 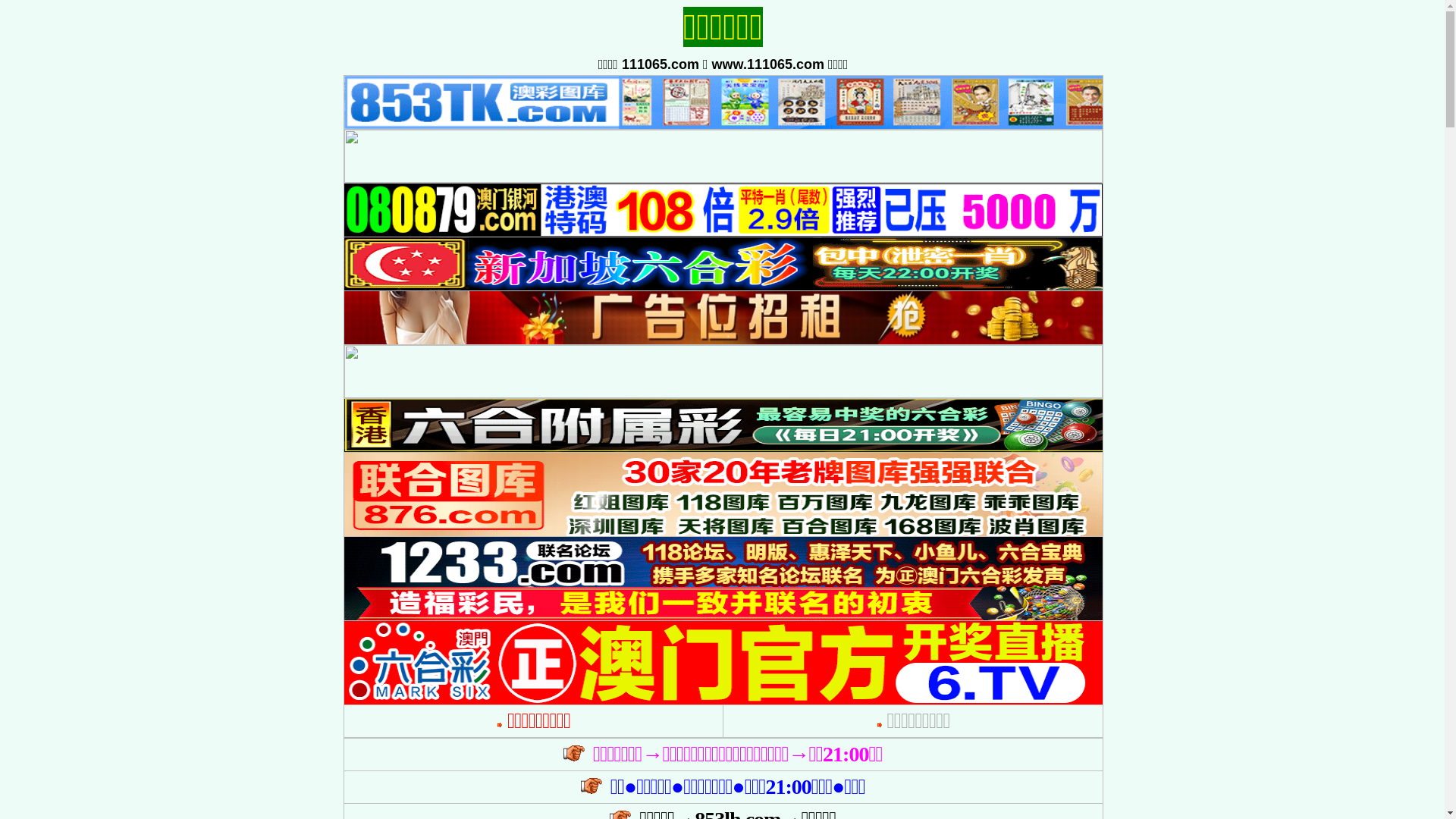 I want to click on '111065.com', so click(x=660, y=63).